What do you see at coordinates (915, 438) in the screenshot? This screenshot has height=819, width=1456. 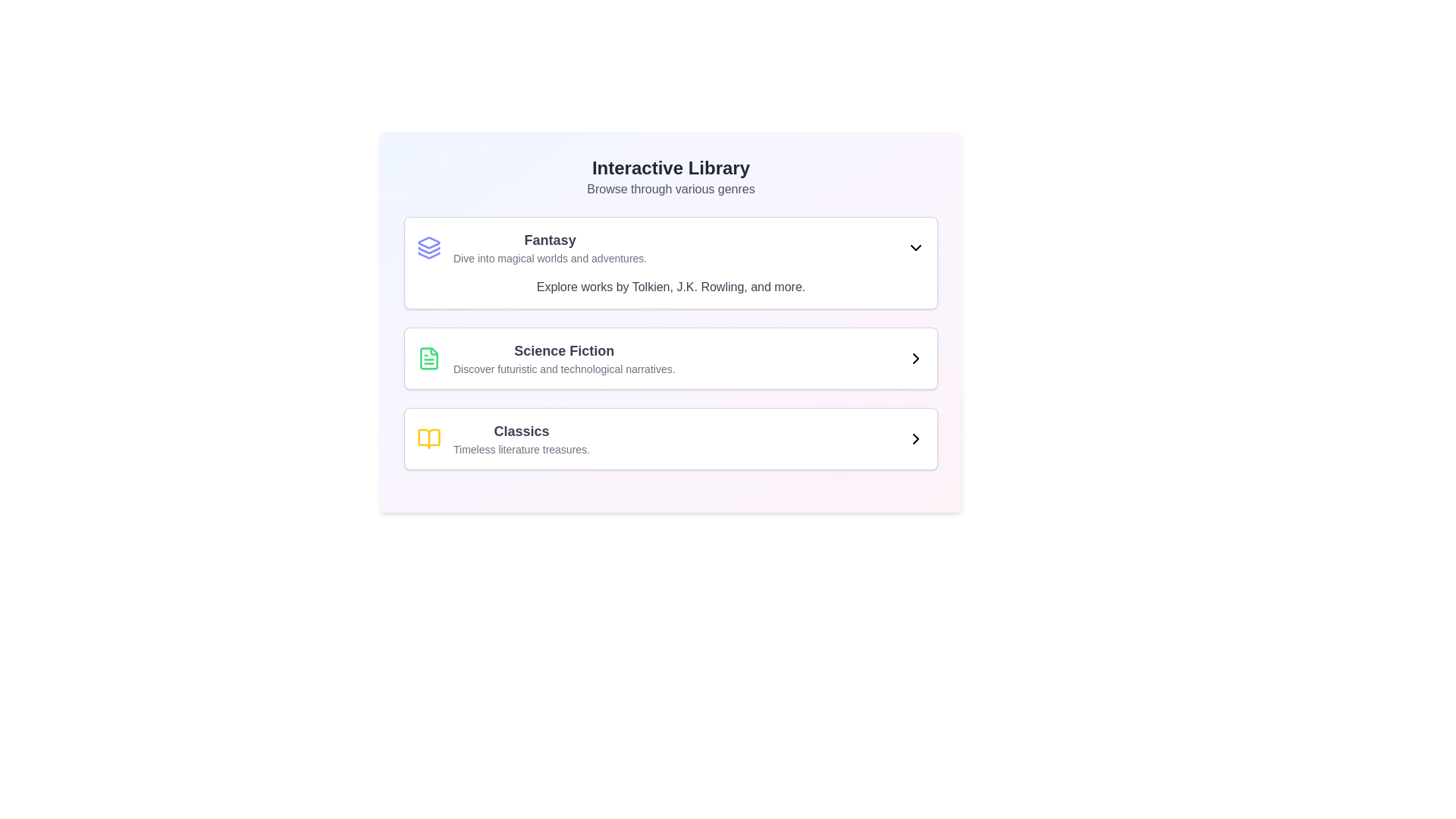 I see `the right-pointing Chevron icon located at the far right of the 'Classics' row` at bounding box center [915, 438].